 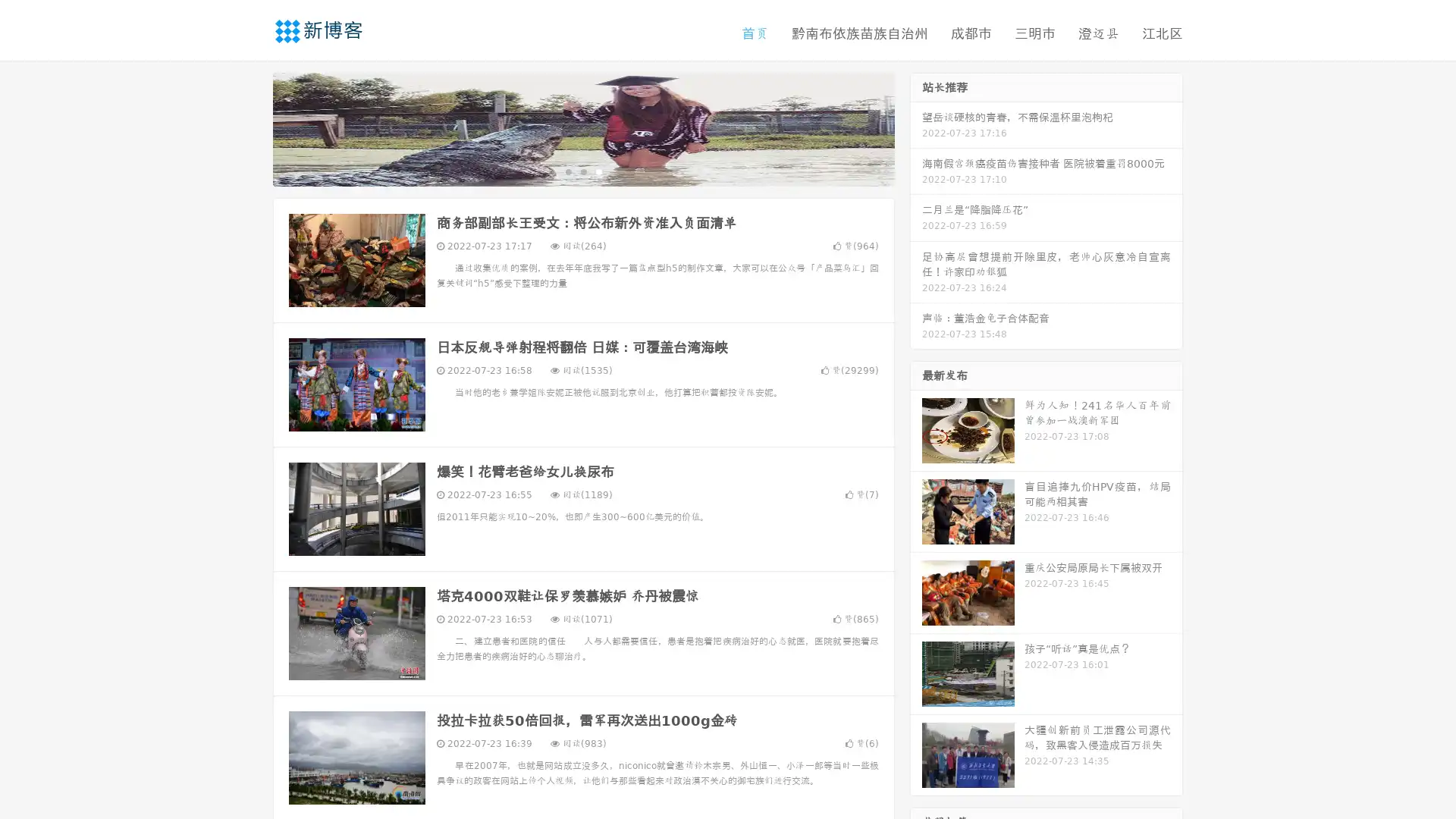 I want to click on Next slide, so click(x=916, y=127).